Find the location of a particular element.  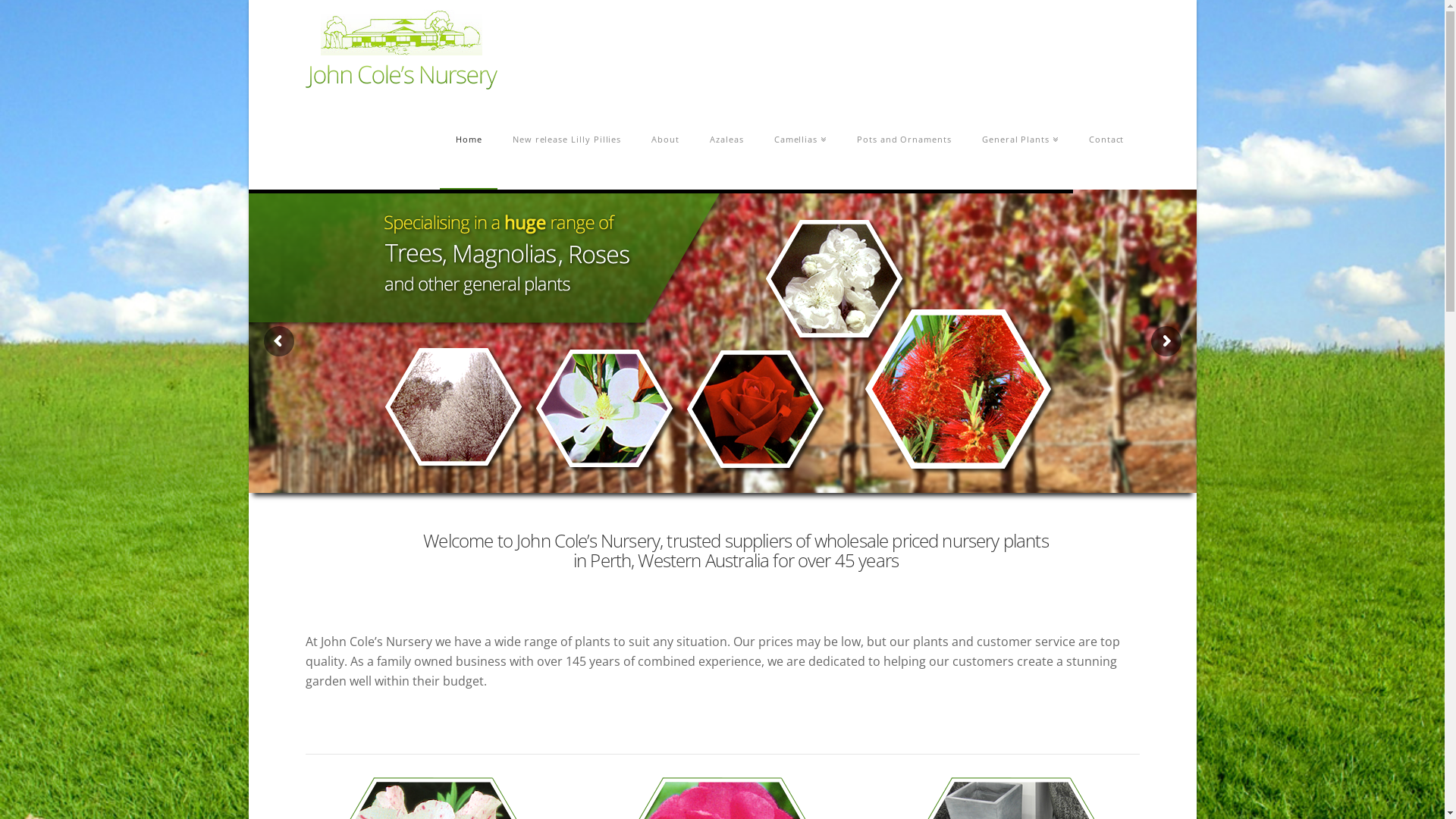

'New release Lilly Pillies' is located at coordinates (566, 138).